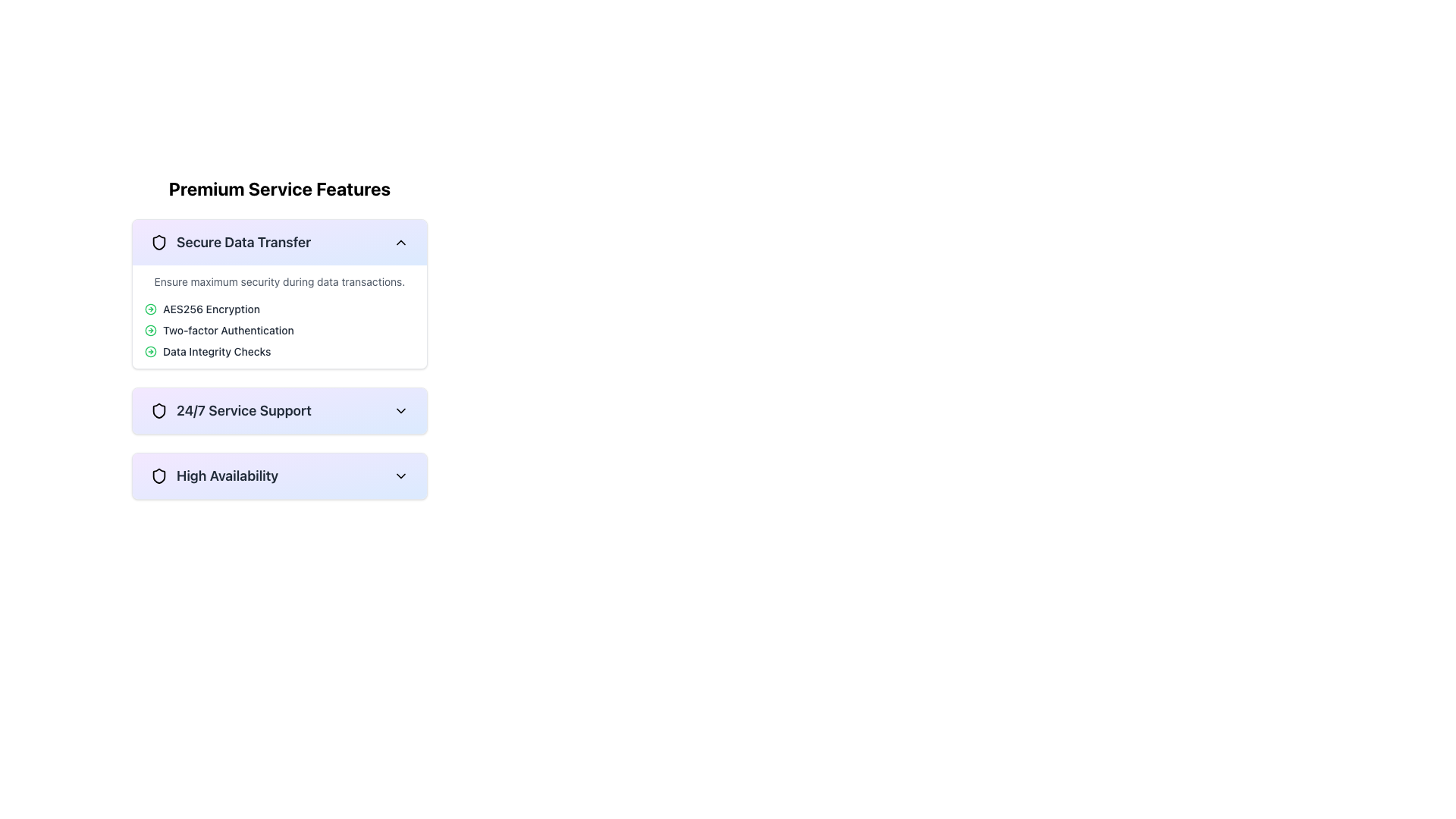 Image resolution: width=1456 pixels, height=819 pixels. I want to click on the green circular icon with a rightward arrow, located to the left of the 'Data Integrity Checks' text in the 'Secure Data Transfer' section, so click(150, 351).